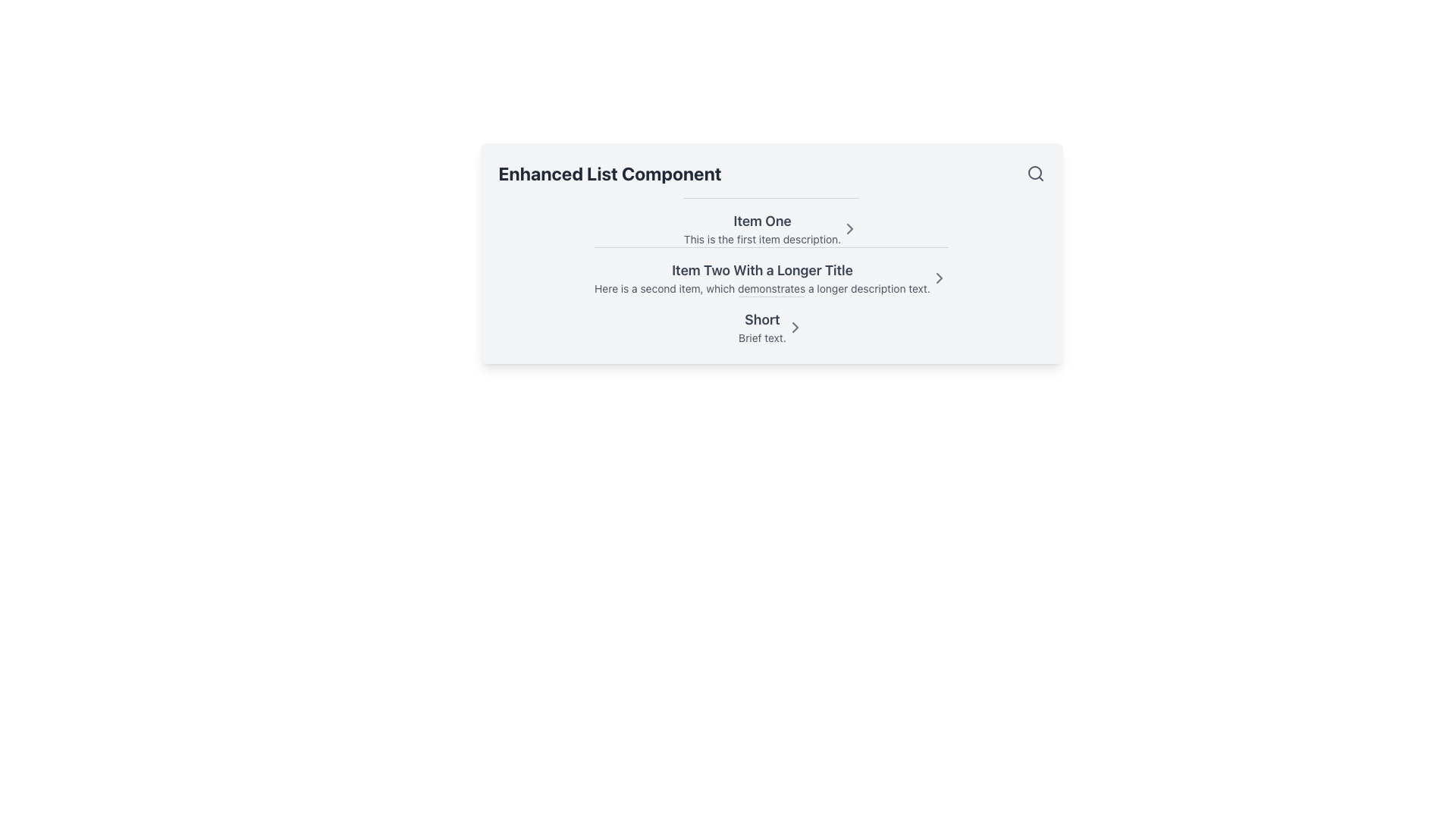  I want to click on the list item titled 'Item Two With a Longer Title' for accessibility navigation, so click(771, 278).